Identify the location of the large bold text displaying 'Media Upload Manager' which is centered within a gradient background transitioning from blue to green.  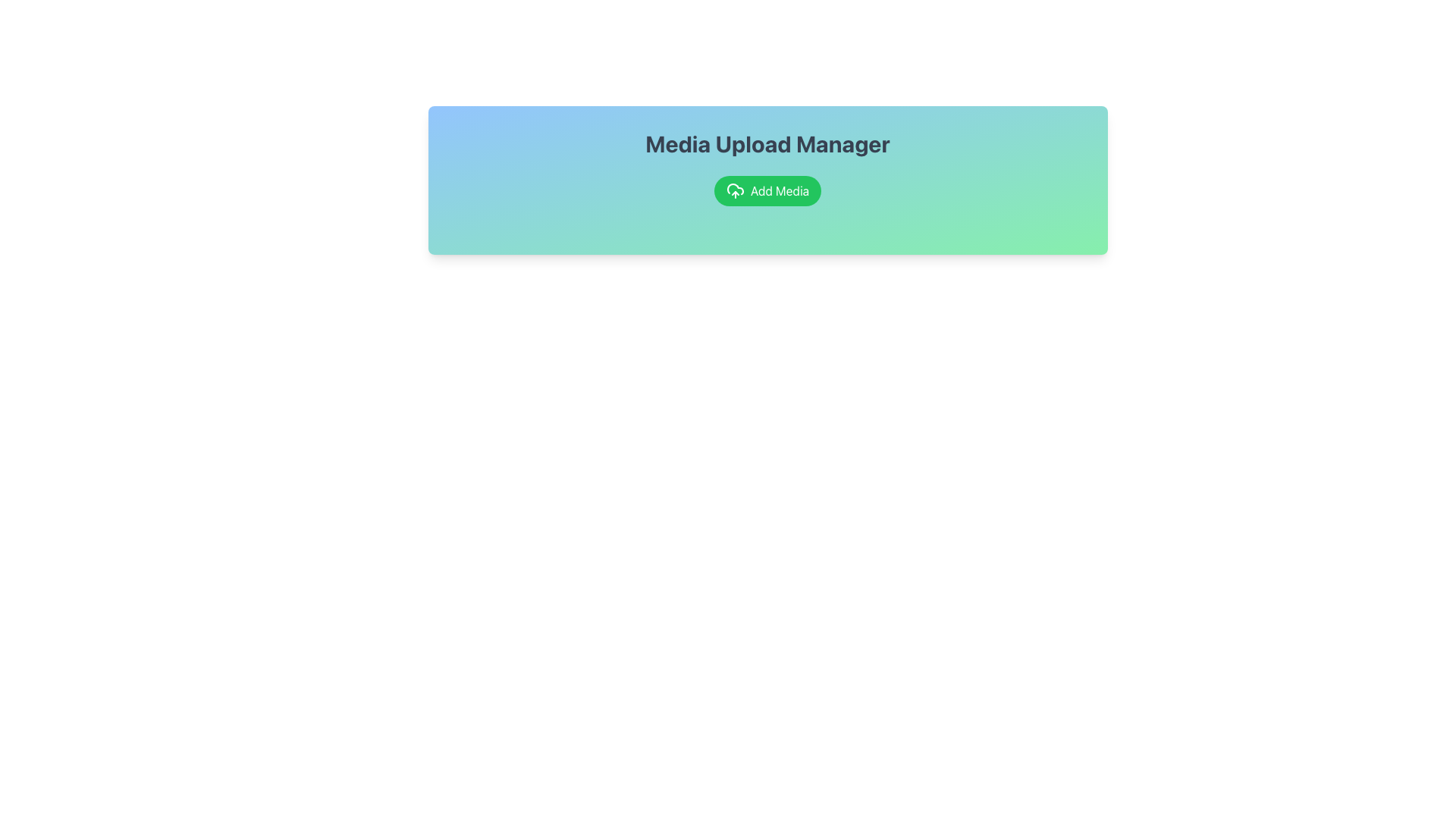
(767, 143).